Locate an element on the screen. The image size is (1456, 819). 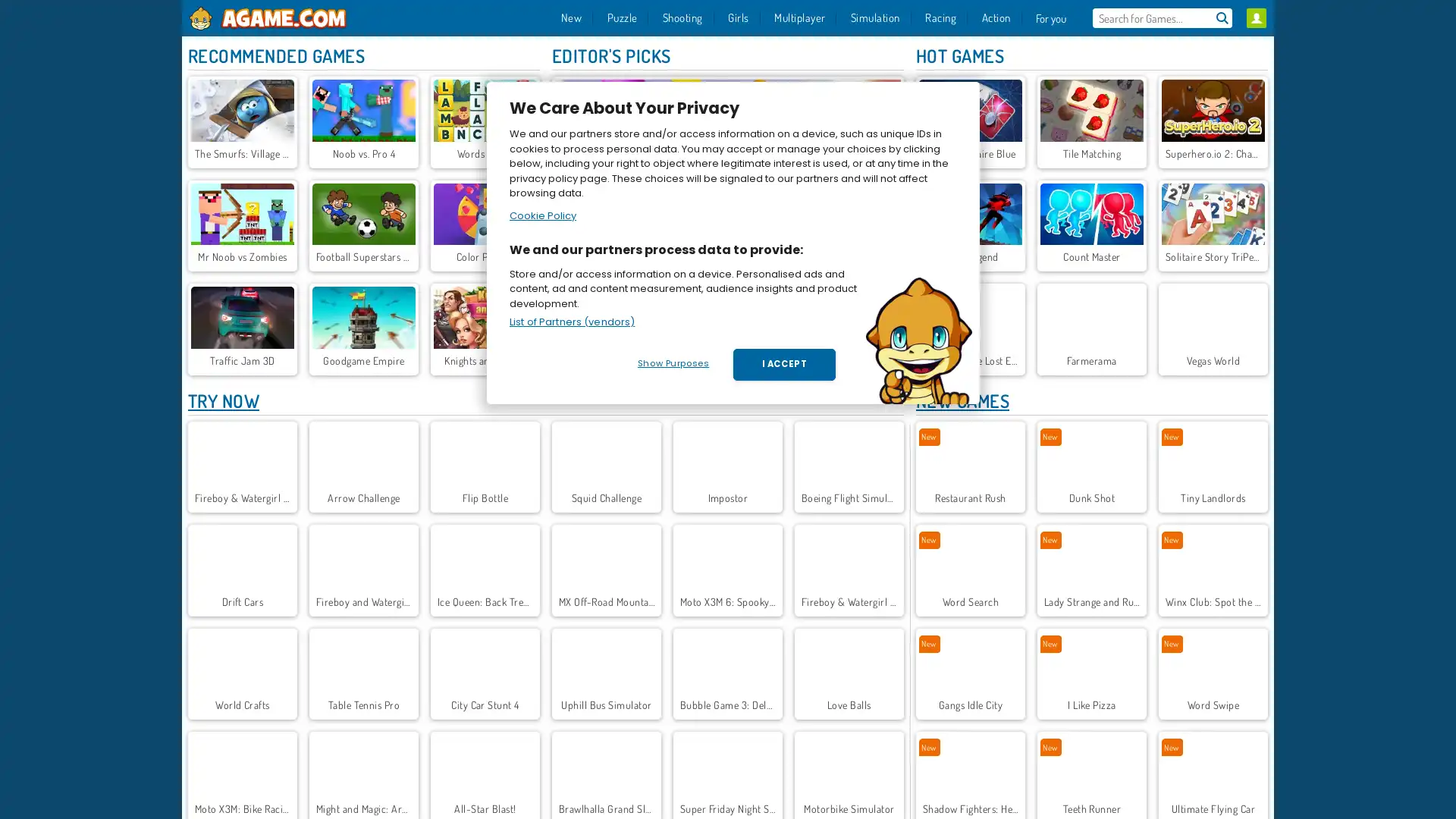
List of Partners (vendors) is located at coordinates (571, 321).